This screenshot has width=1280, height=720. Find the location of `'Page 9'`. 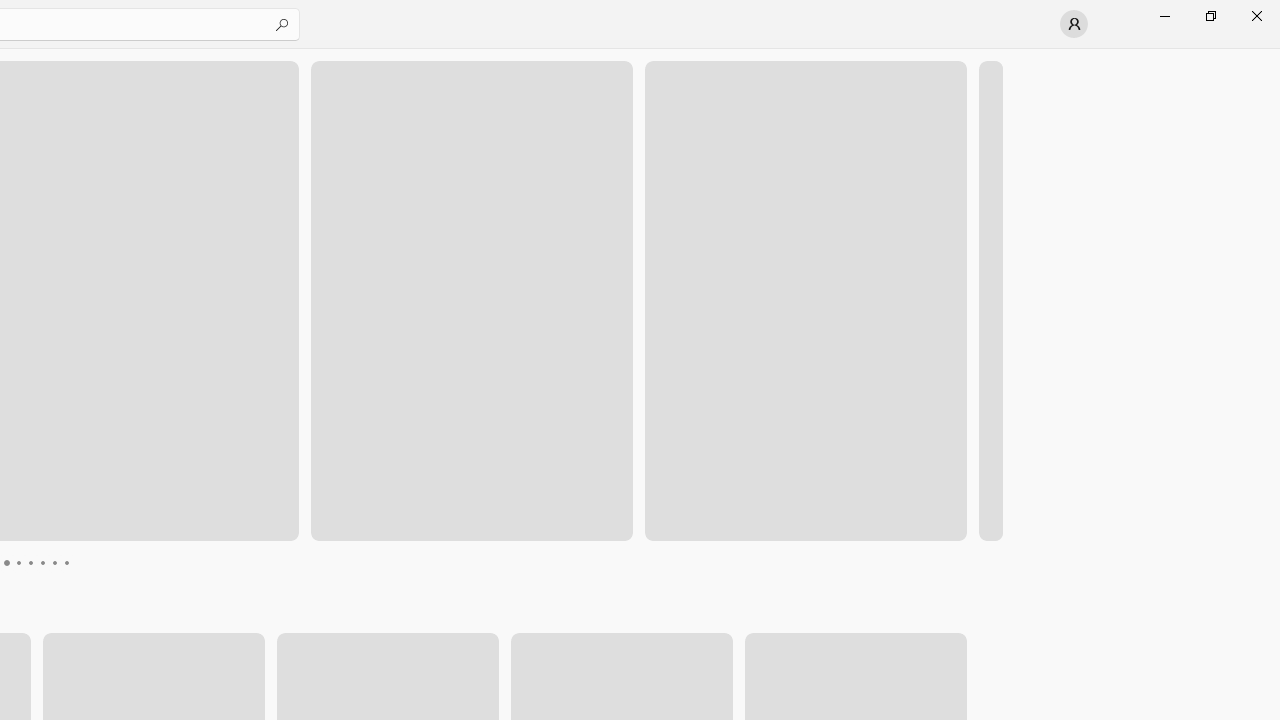

'Page 9' is located at coordinates (78, 563).